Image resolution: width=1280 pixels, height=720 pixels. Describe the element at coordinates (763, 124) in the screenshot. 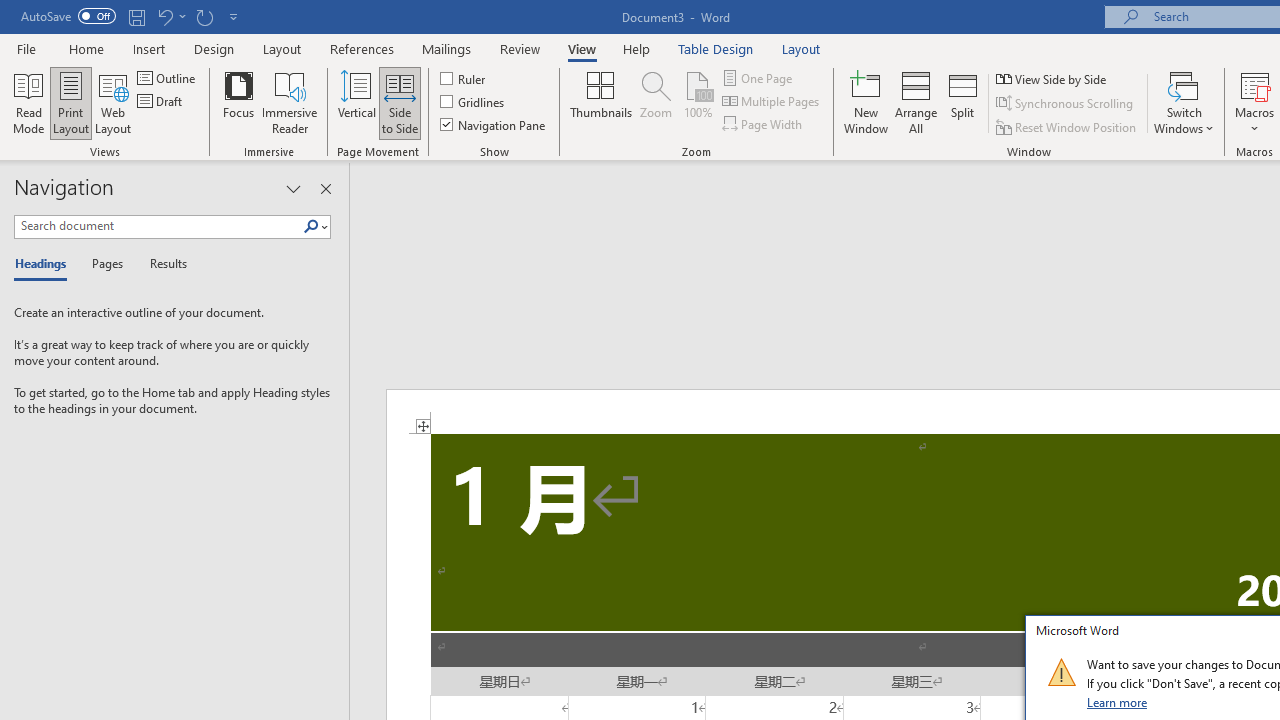

I see `'Page Width'` at that location.